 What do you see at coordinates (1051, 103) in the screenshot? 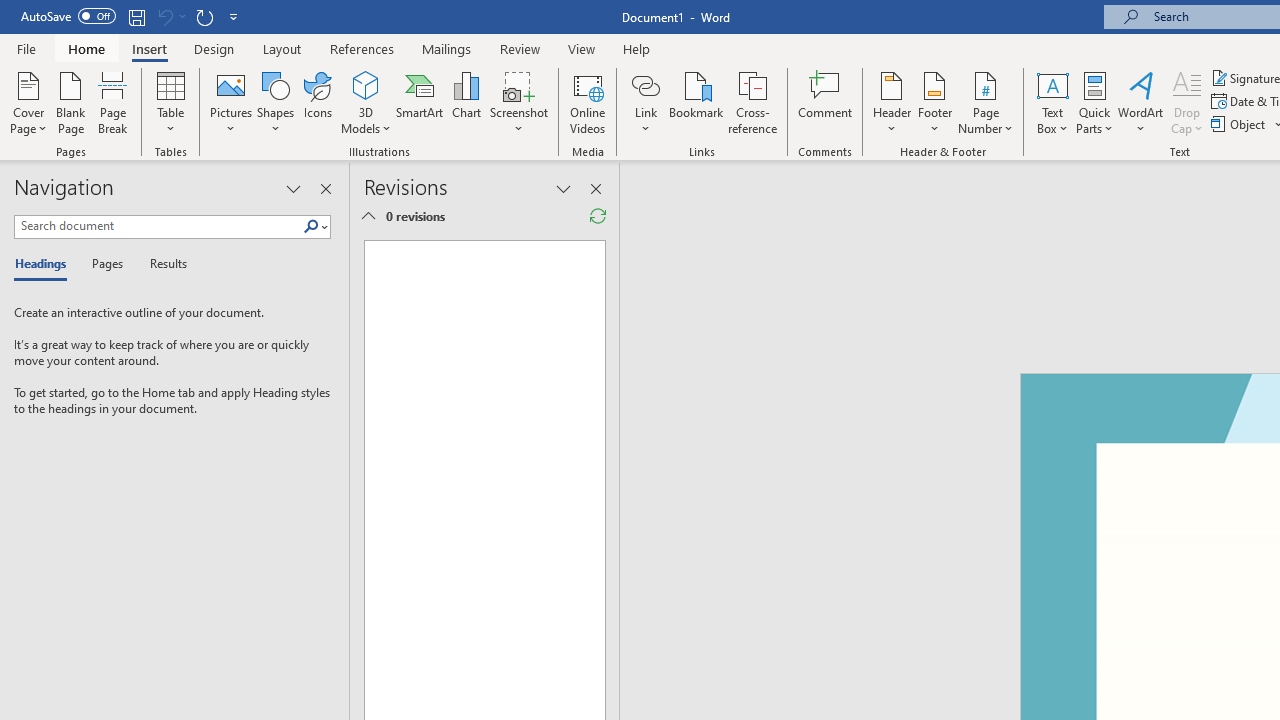
I see `'Text Box'` at bounding box center [1051, 103].